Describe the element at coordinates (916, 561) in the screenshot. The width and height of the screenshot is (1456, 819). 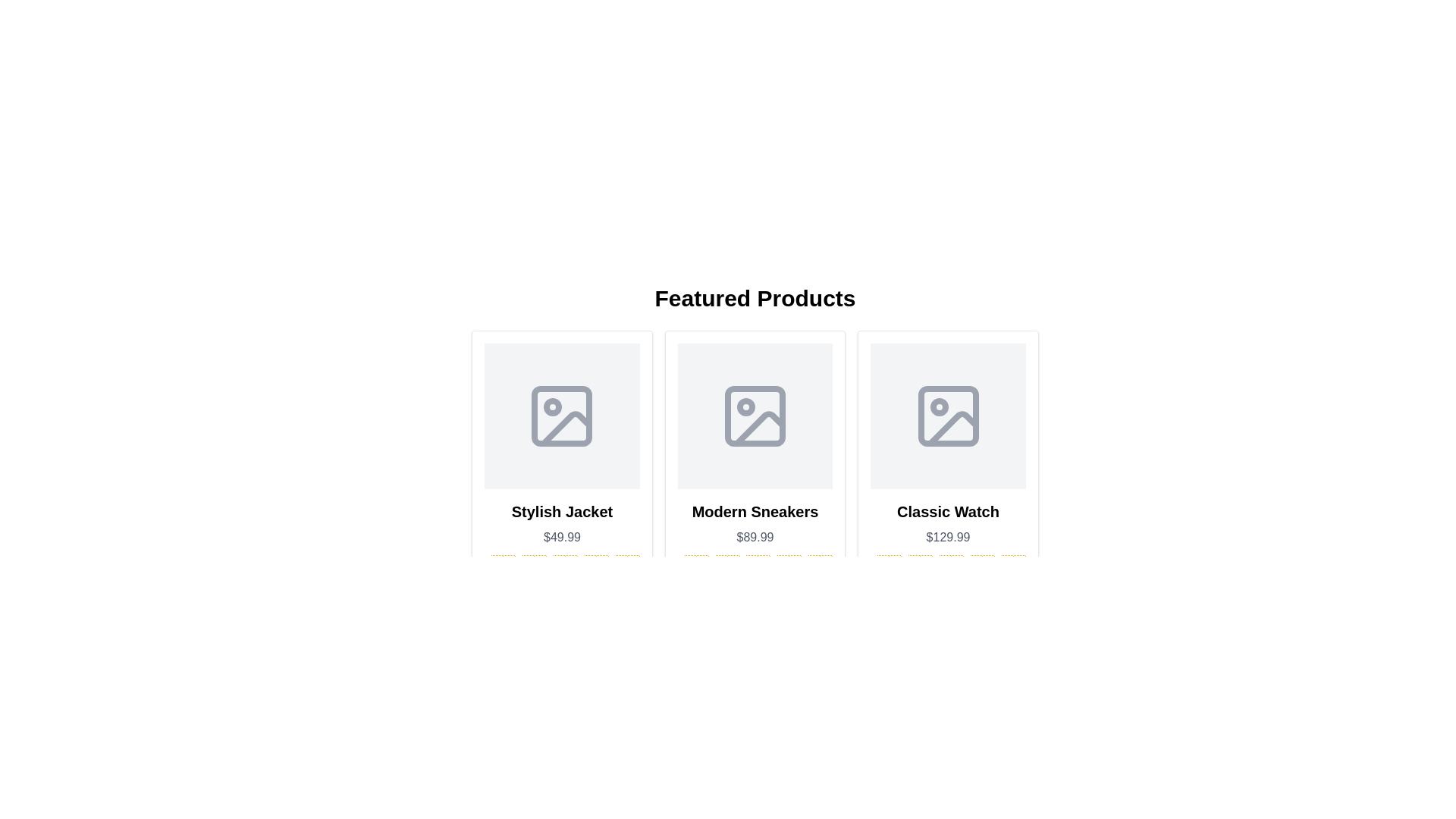
I see `the second star icon representing a rating for the product 'Classic Watch'` at that location.